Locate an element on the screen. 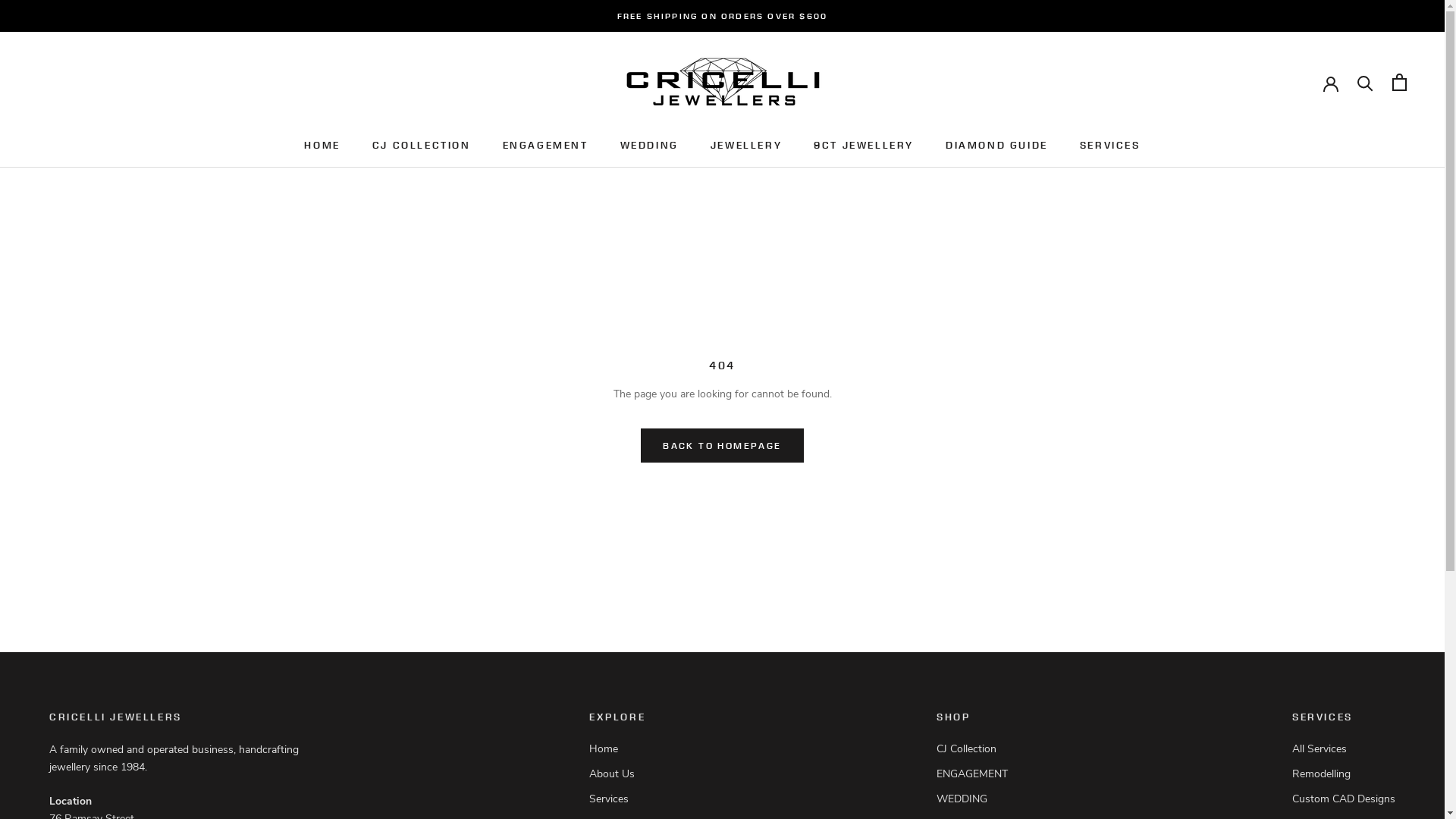 The width and height of the screenshot is (1456, 819). 'ENGAGEMENT' is located at coordinates (977, 773).